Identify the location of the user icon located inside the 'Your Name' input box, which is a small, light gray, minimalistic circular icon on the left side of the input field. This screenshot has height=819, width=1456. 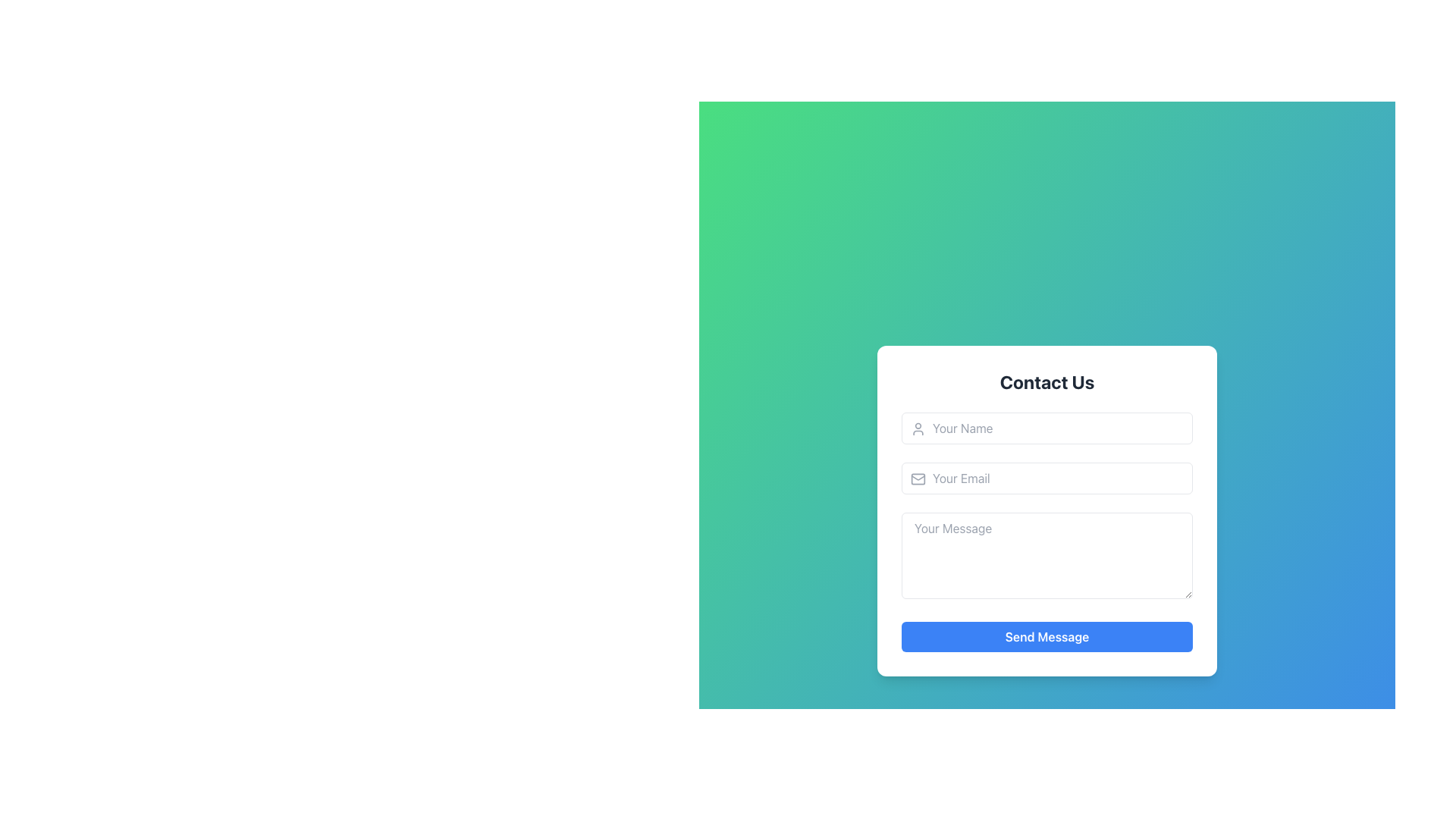
(917, 429).